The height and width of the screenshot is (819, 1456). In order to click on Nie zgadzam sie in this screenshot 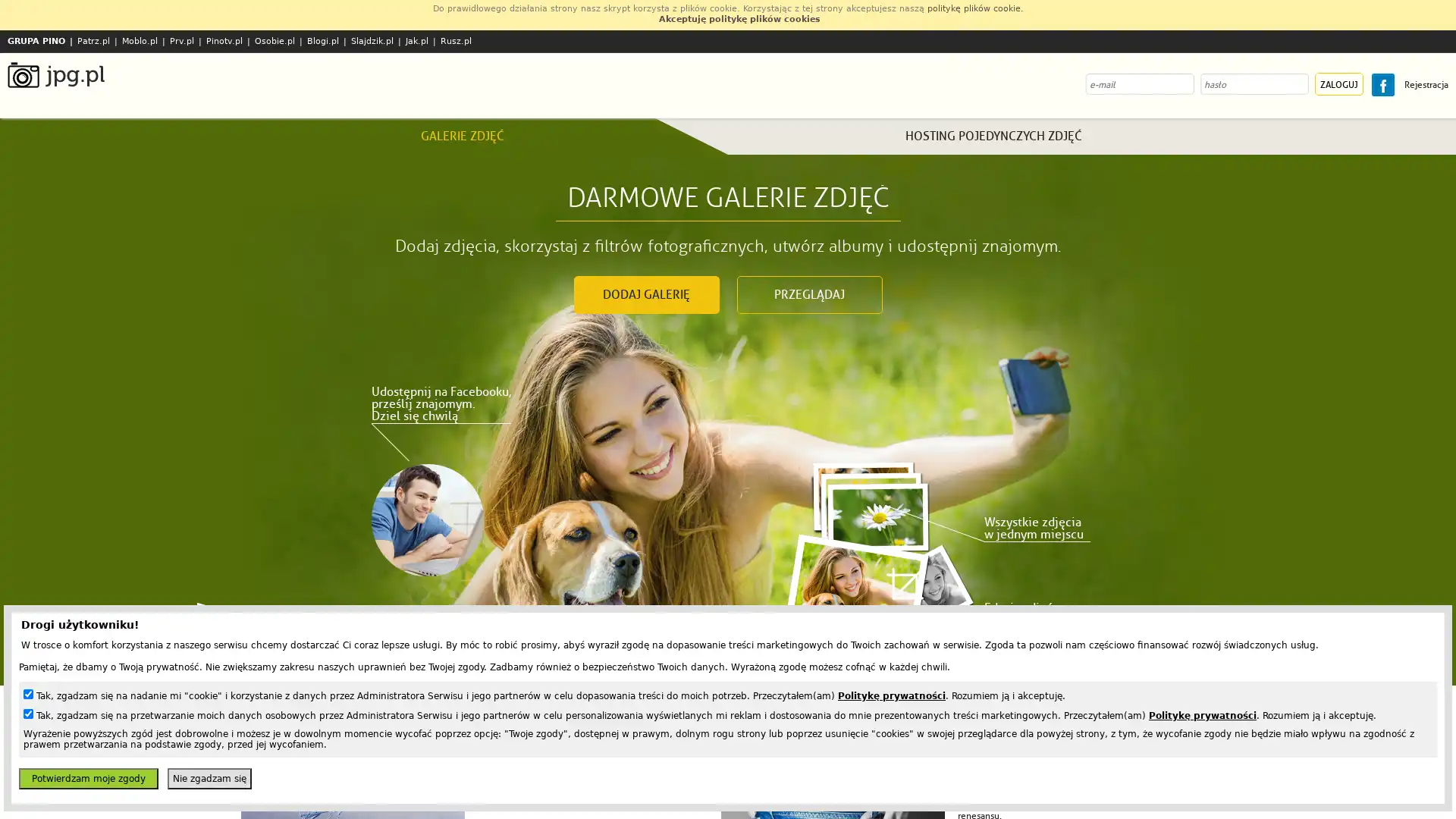, I will do `click(209, 778)`.